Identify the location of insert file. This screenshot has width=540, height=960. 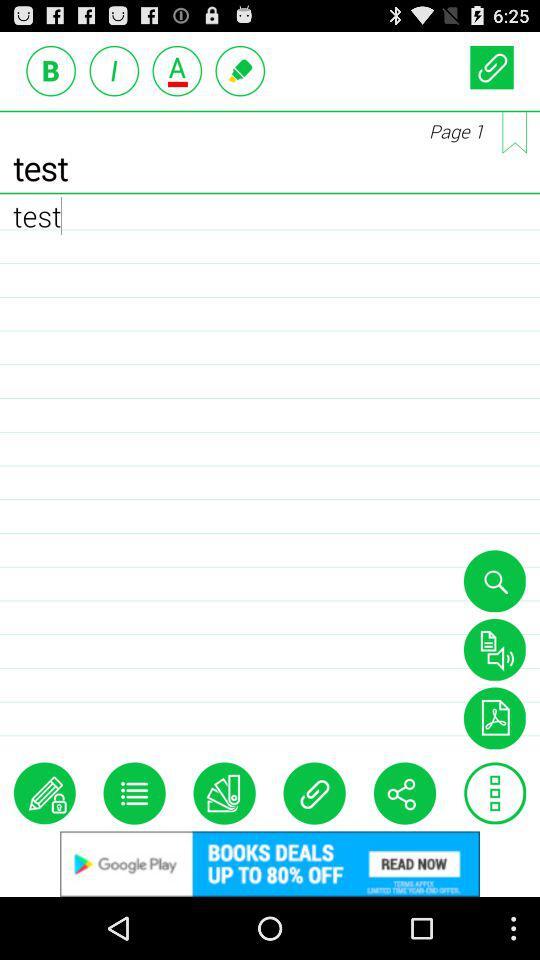
(314, 793).